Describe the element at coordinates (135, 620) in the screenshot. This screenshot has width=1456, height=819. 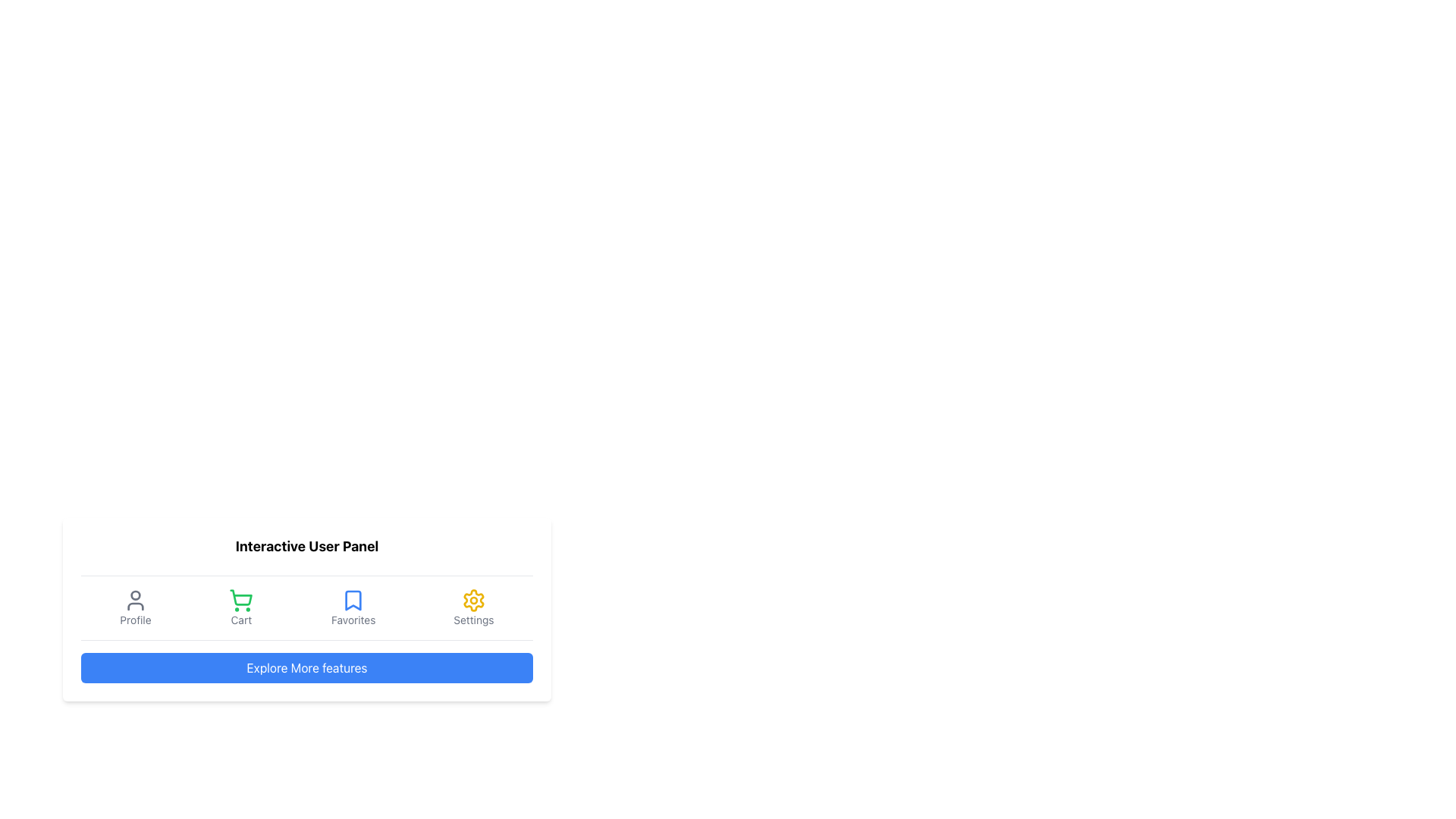
I see `the 'Profile' text label located in the bottom part of the interface, which is under the user icon and to the immediate left of the 'Cart' section` at that location.